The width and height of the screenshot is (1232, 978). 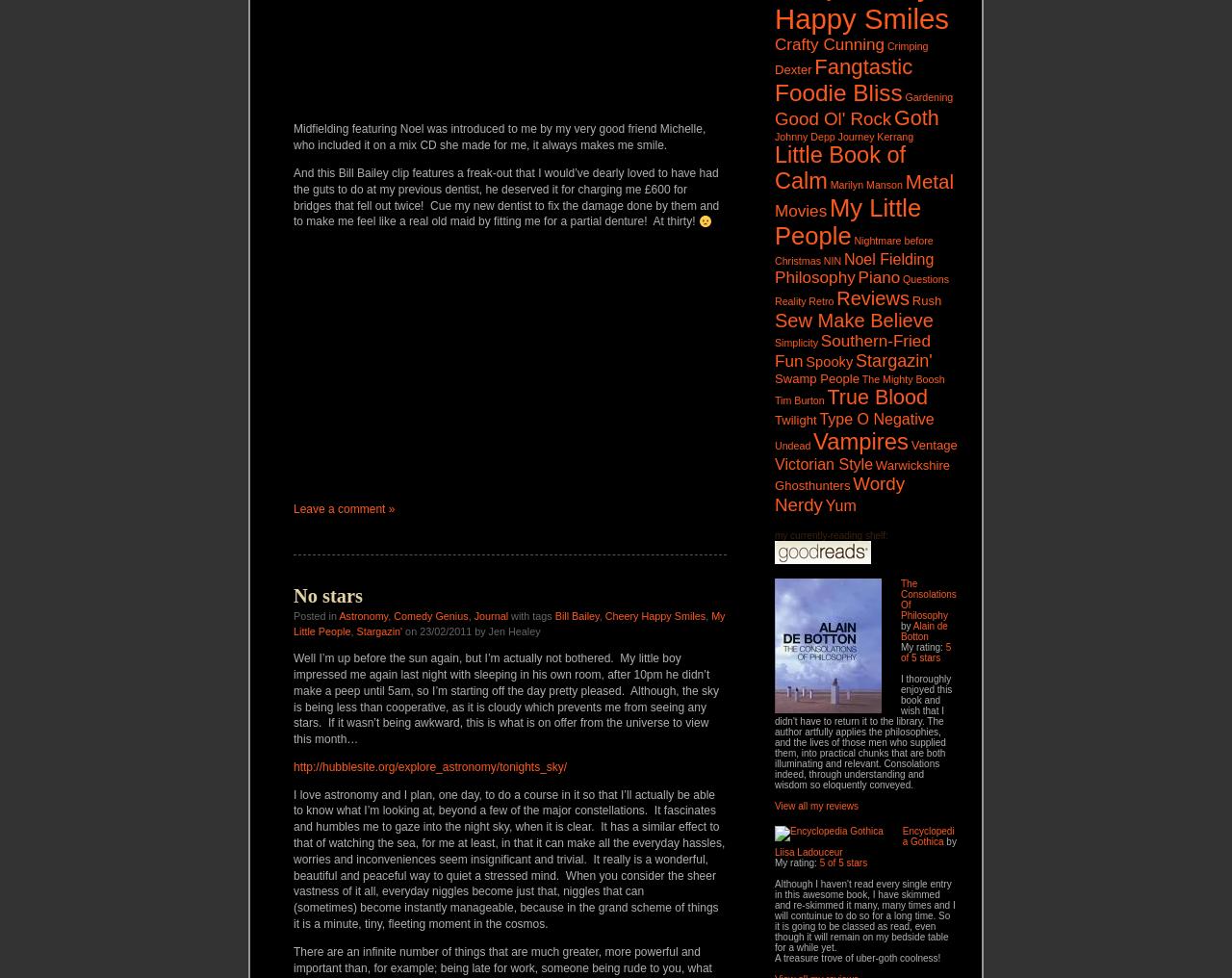 I want to click on 'with tags', so click(x=531, y=613).